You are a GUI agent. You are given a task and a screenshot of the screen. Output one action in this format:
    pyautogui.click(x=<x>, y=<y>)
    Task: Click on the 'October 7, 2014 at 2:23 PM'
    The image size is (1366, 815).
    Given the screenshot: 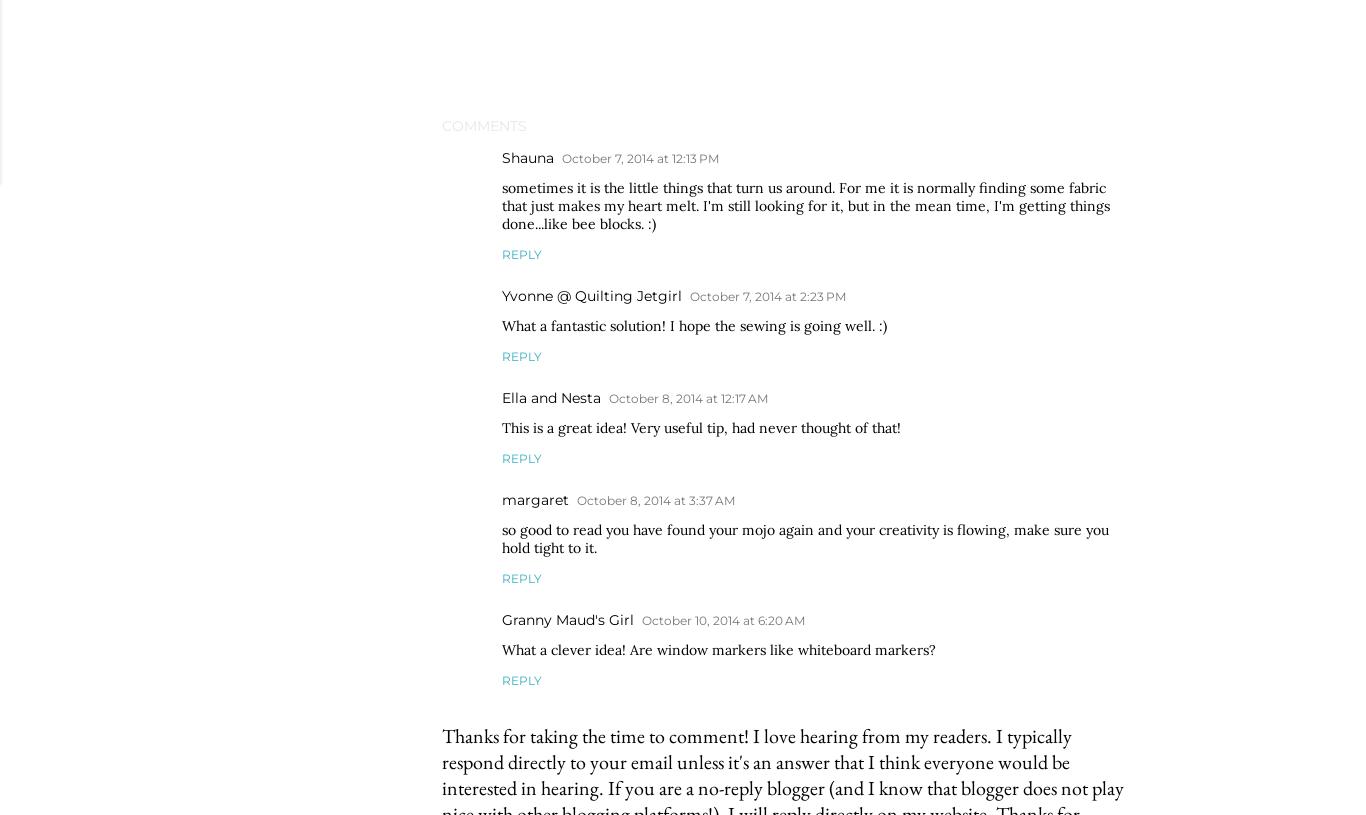 What is the action you would take?
    pyautogui.click(x=767, y=295)
    